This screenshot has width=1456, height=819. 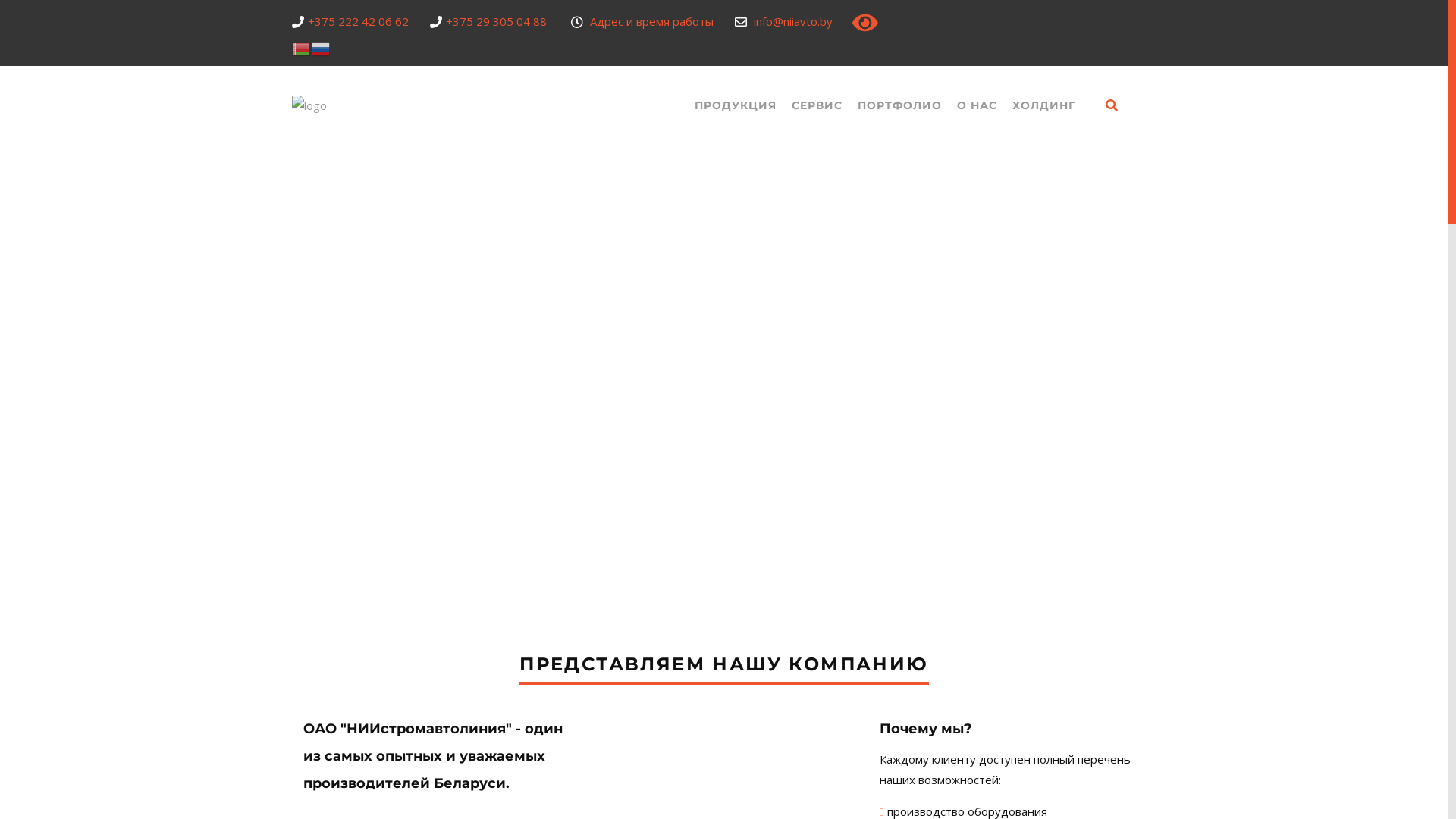 I want to click on '+375 222 42 06 62', so click(x=357, y=20).